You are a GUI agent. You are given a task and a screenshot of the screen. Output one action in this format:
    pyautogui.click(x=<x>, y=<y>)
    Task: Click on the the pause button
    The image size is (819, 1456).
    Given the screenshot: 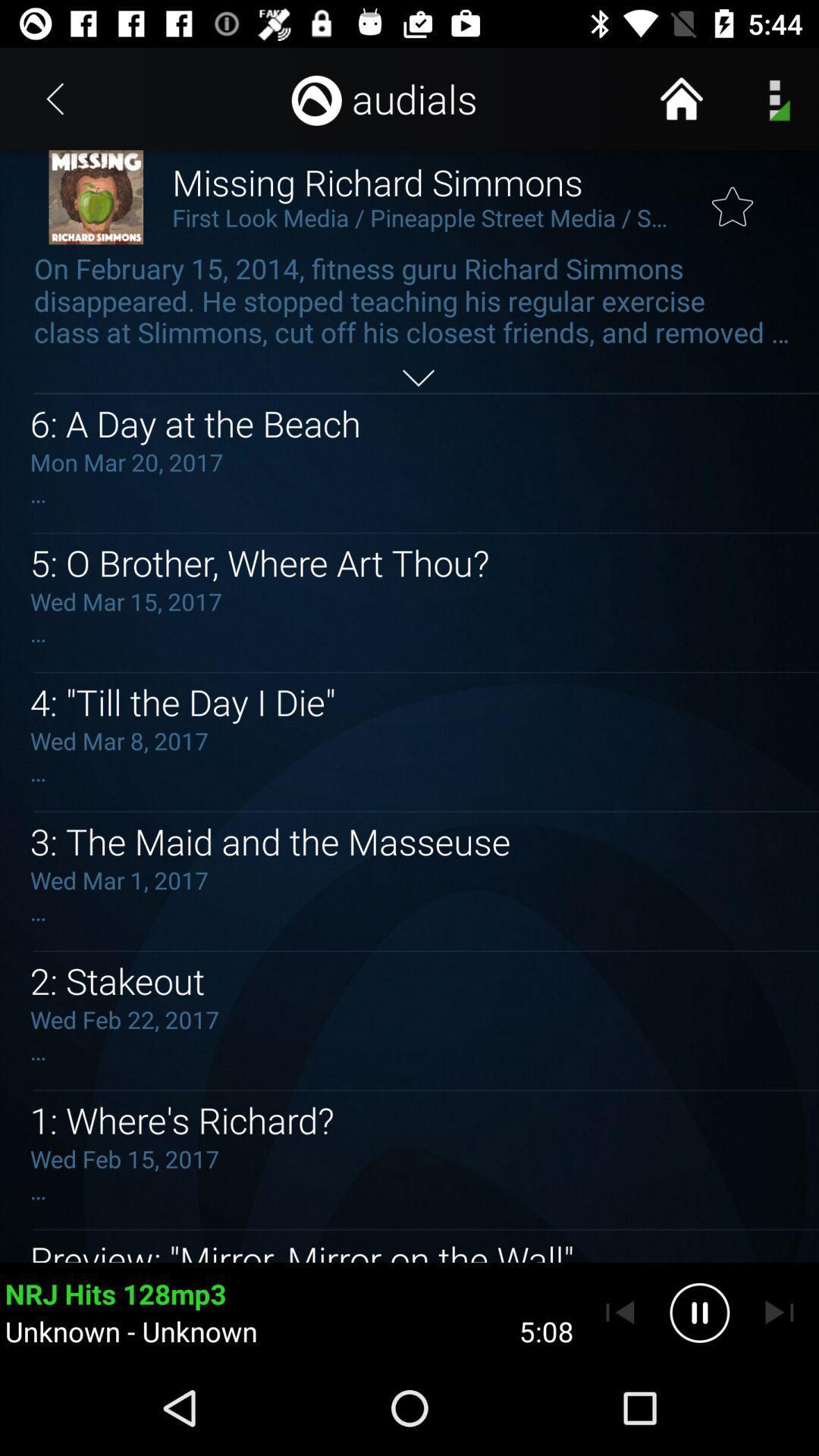 What is the action you would take?
    pyautogui.click(x=699, y=1312)
    